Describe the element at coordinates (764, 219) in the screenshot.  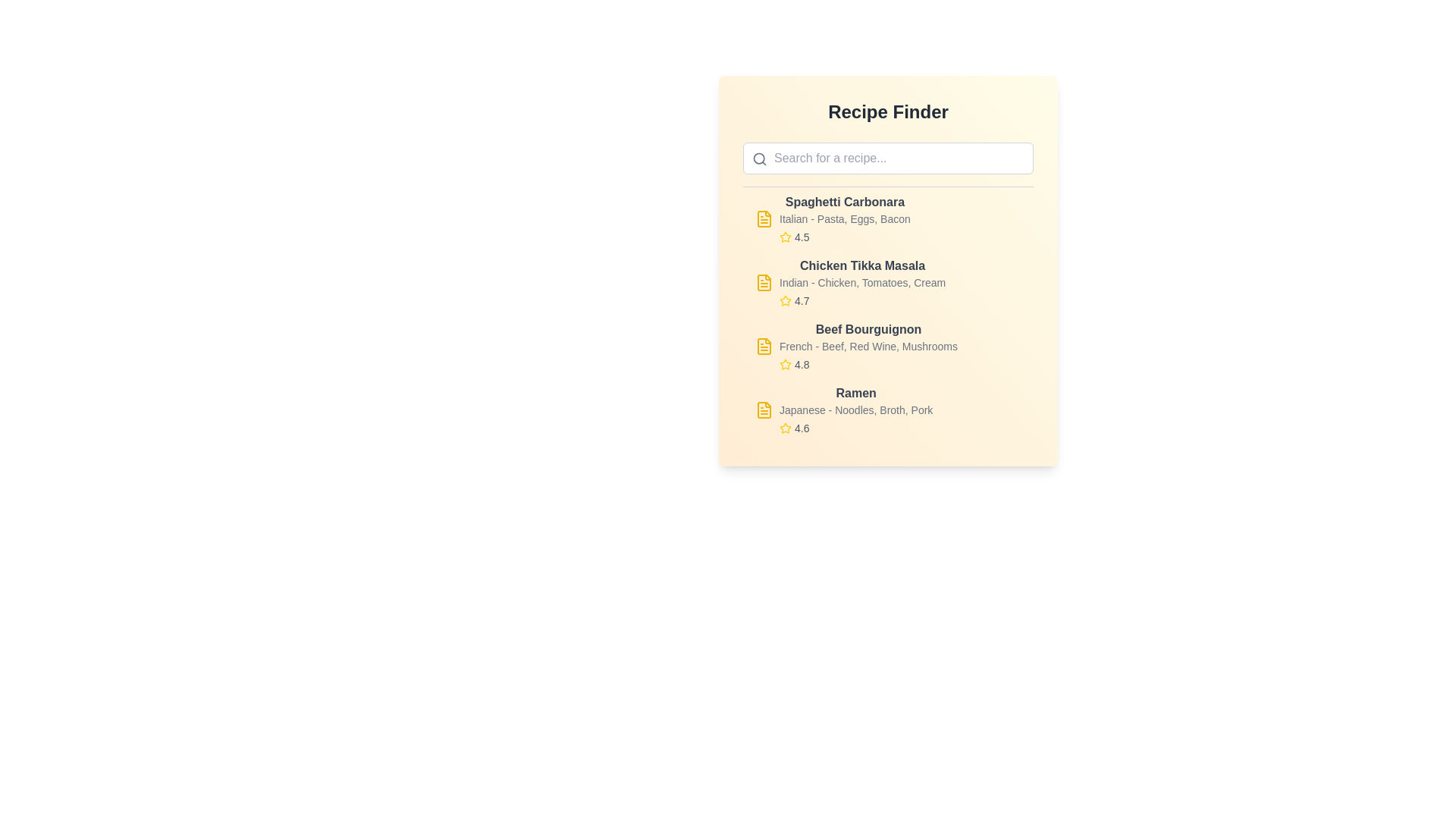
I see `the yellow document icon located to the left of the text 'Spaghetti Carbonara' in the list entry` at that location.